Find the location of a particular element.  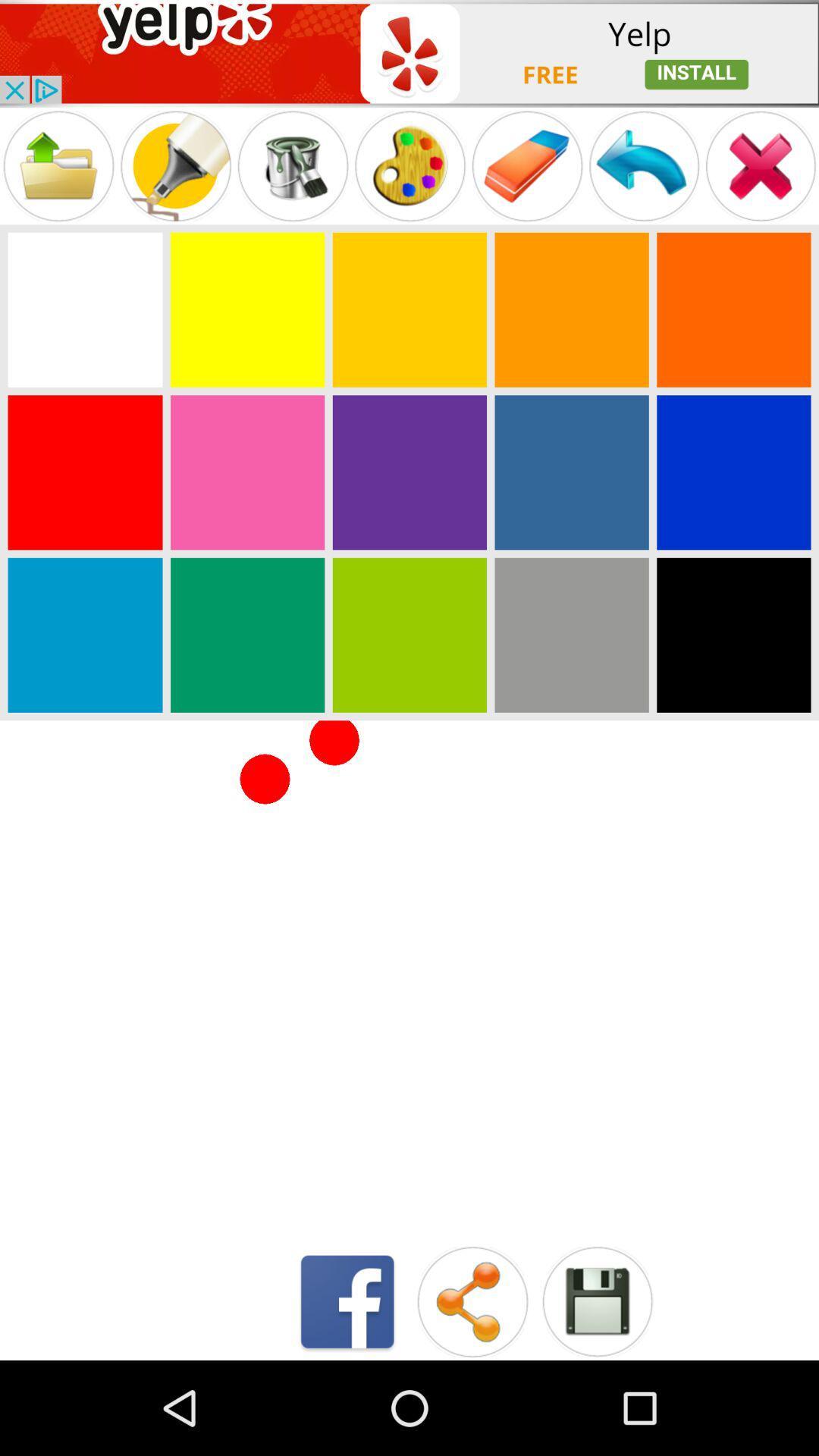

to folder is located at coordinates (58, 166).